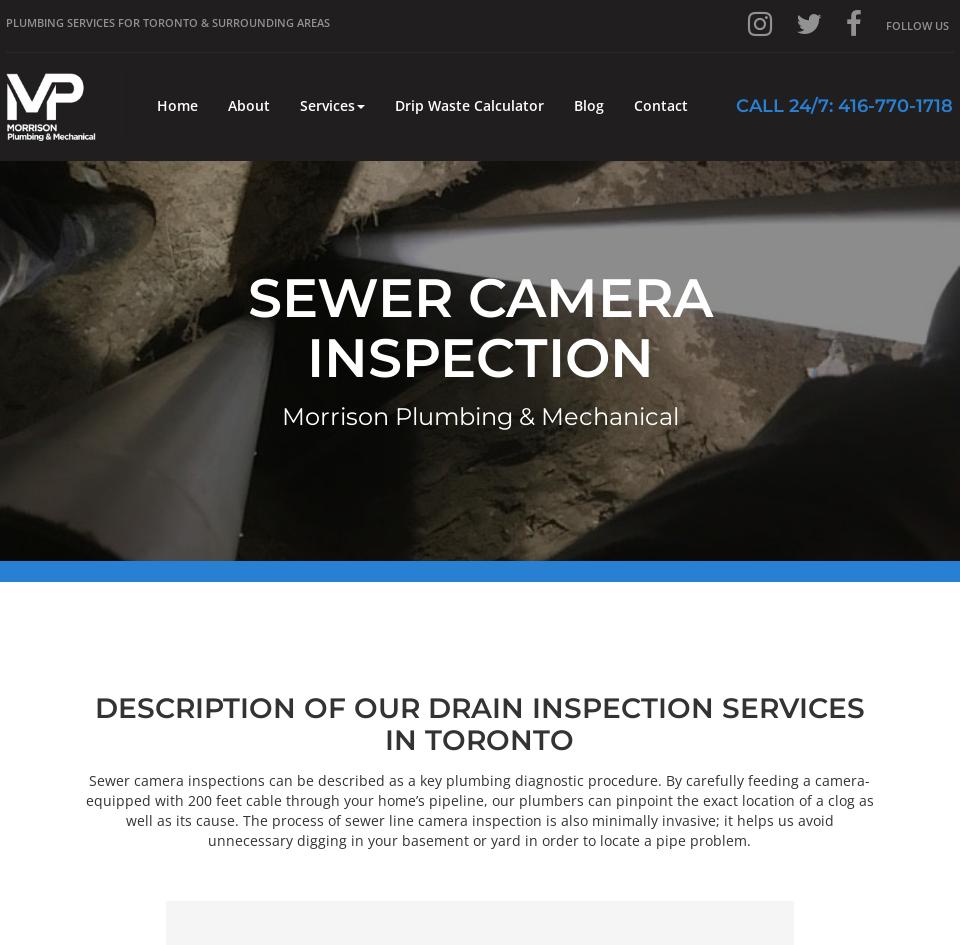 The width and height of the screenshot is (960, 945). I want to click on 'Contact', so click(659, 104).